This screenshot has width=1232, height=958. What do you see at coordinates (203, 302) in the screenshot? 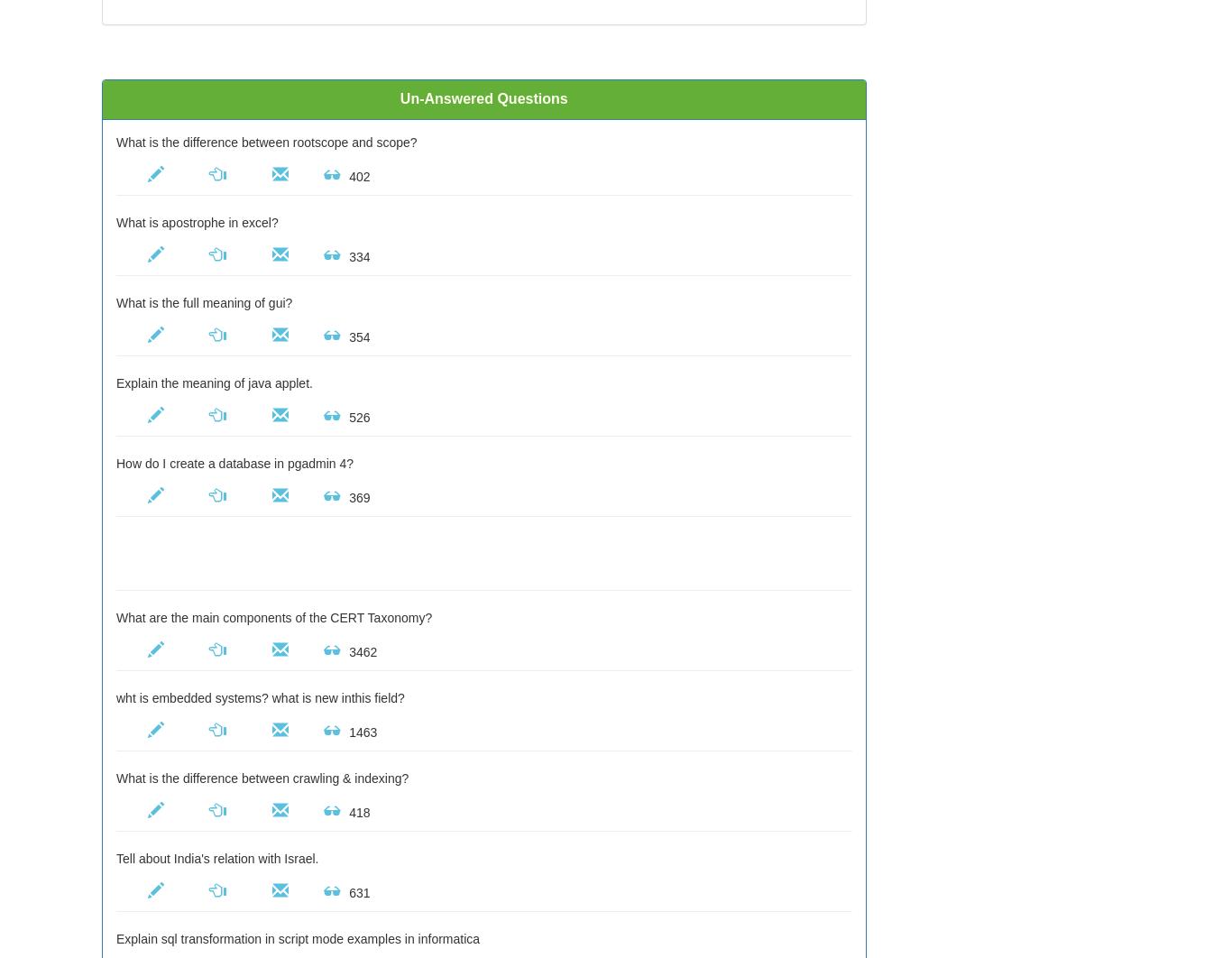
I see `'What is the full meaning of gui?'` at bounding box center [203, 302].